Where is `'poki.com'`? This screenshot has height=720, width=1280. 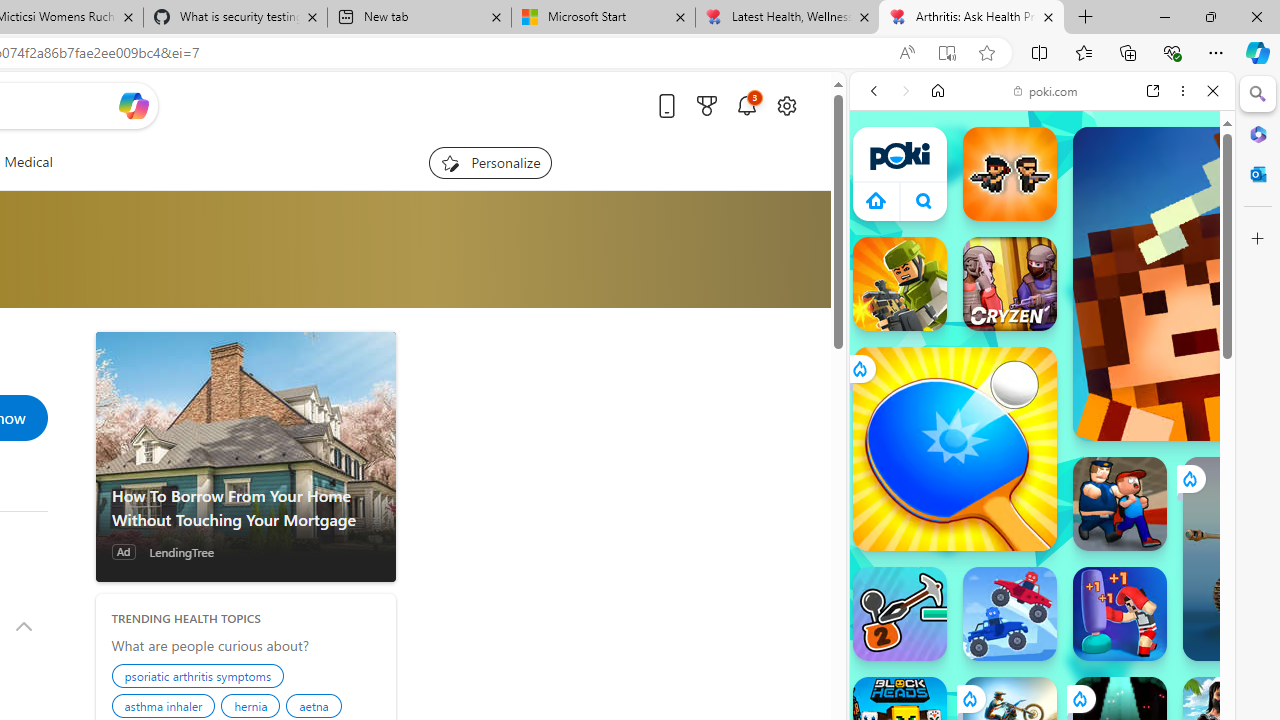 'poki.com' is located at coordinates (1045, 91).